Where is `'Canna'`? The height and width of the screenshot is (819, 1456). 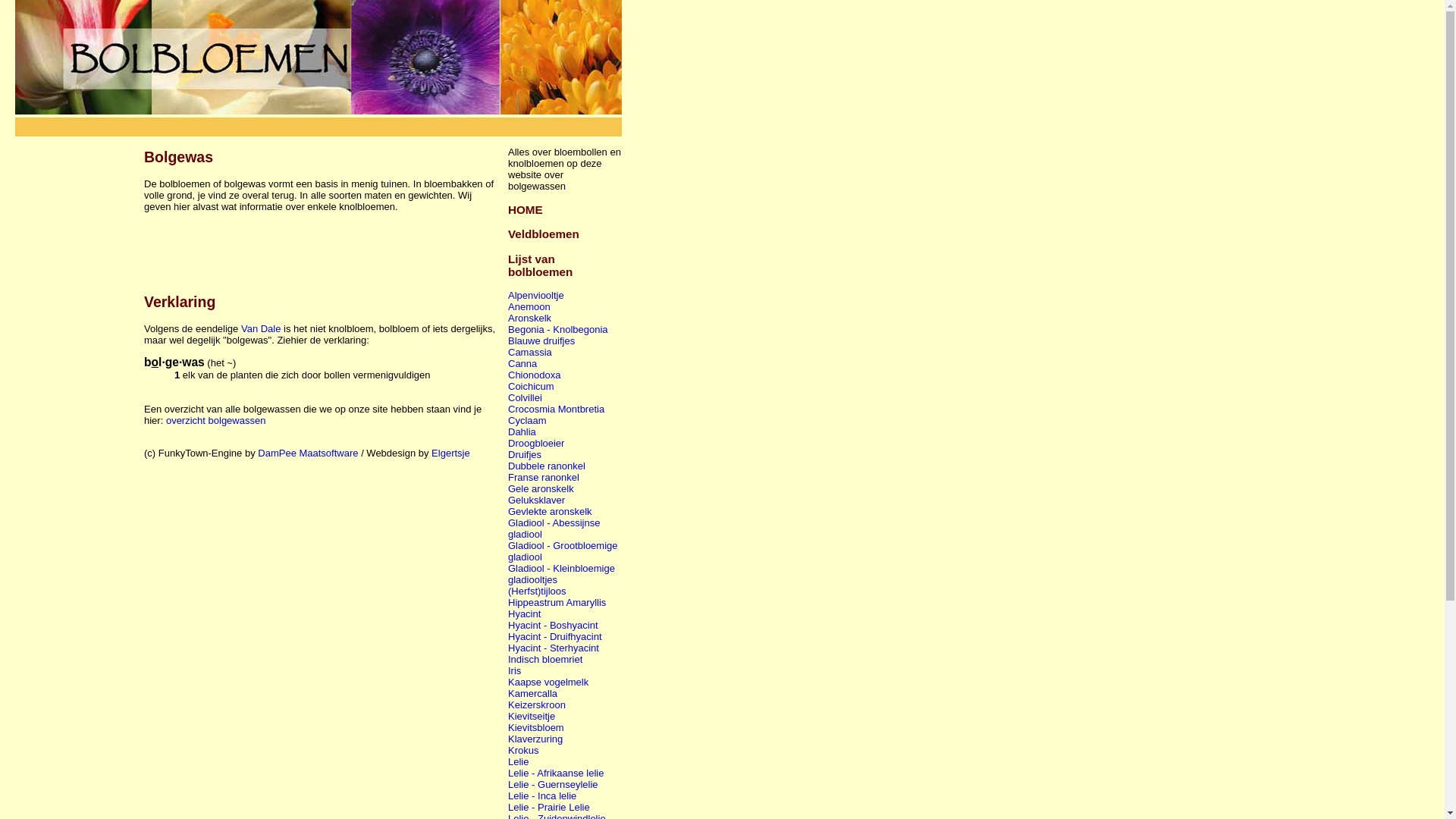 'Canna' is located at coordinates (522, 363).